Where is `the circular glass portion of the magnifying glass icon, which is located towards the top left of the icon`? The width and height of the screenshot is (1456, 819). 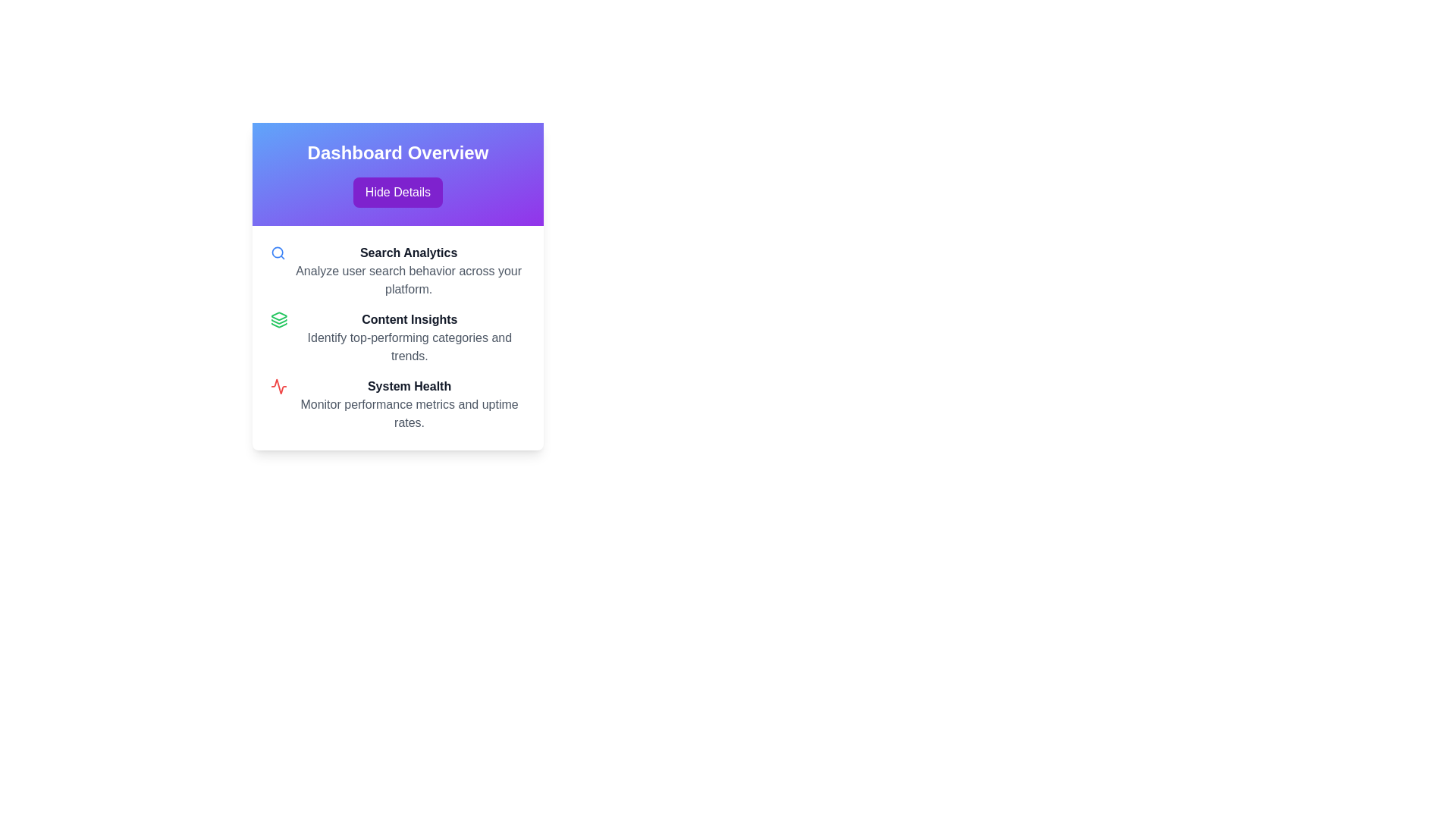 the circular glass portion of the magnifying glass icon, which is located towards the top left of the icon is located at coordinates (278, 252).